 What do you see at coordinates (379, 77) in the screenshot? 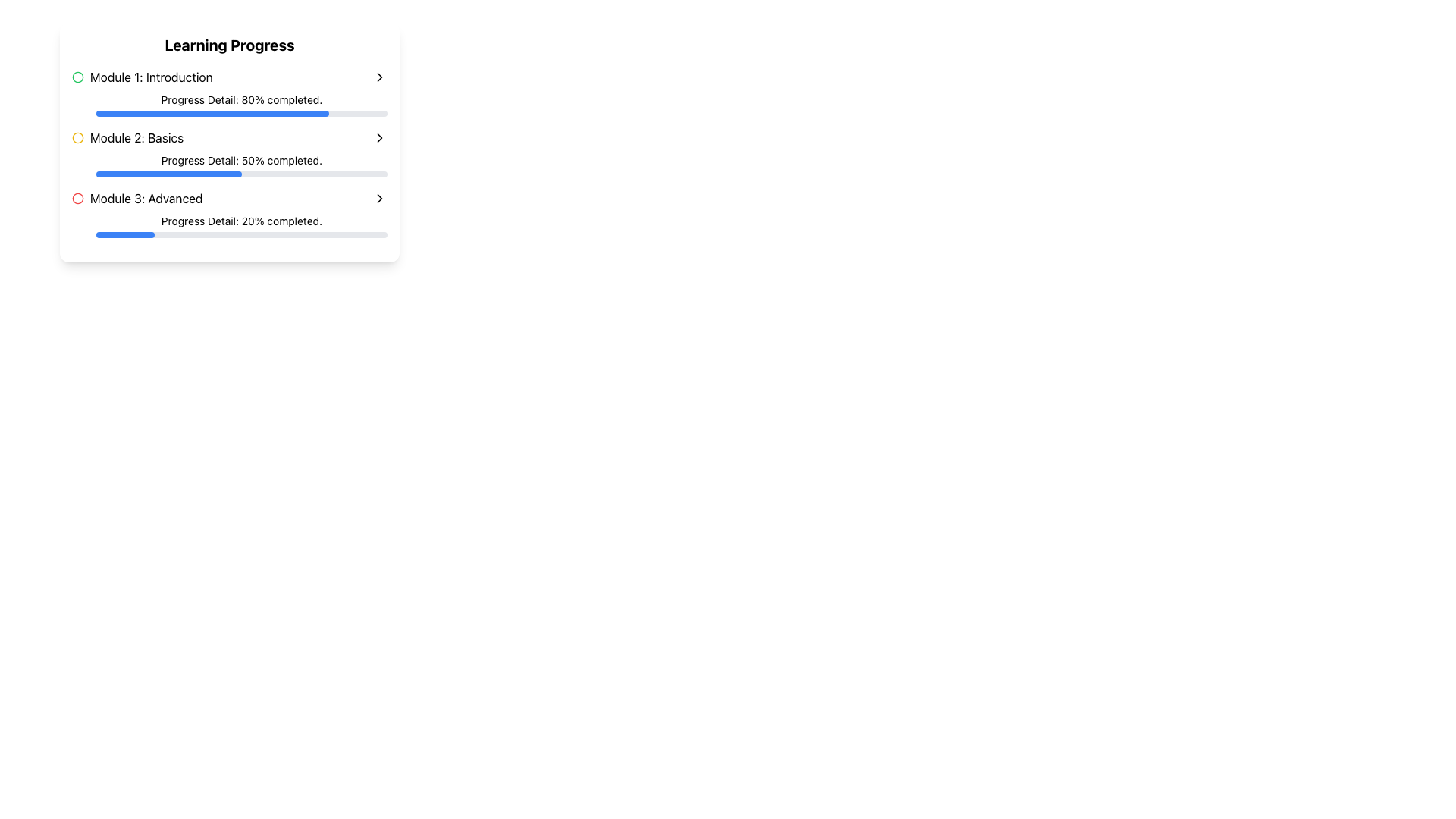
I see `the right-pointing chevron icon` at bounding box center [379, 77].